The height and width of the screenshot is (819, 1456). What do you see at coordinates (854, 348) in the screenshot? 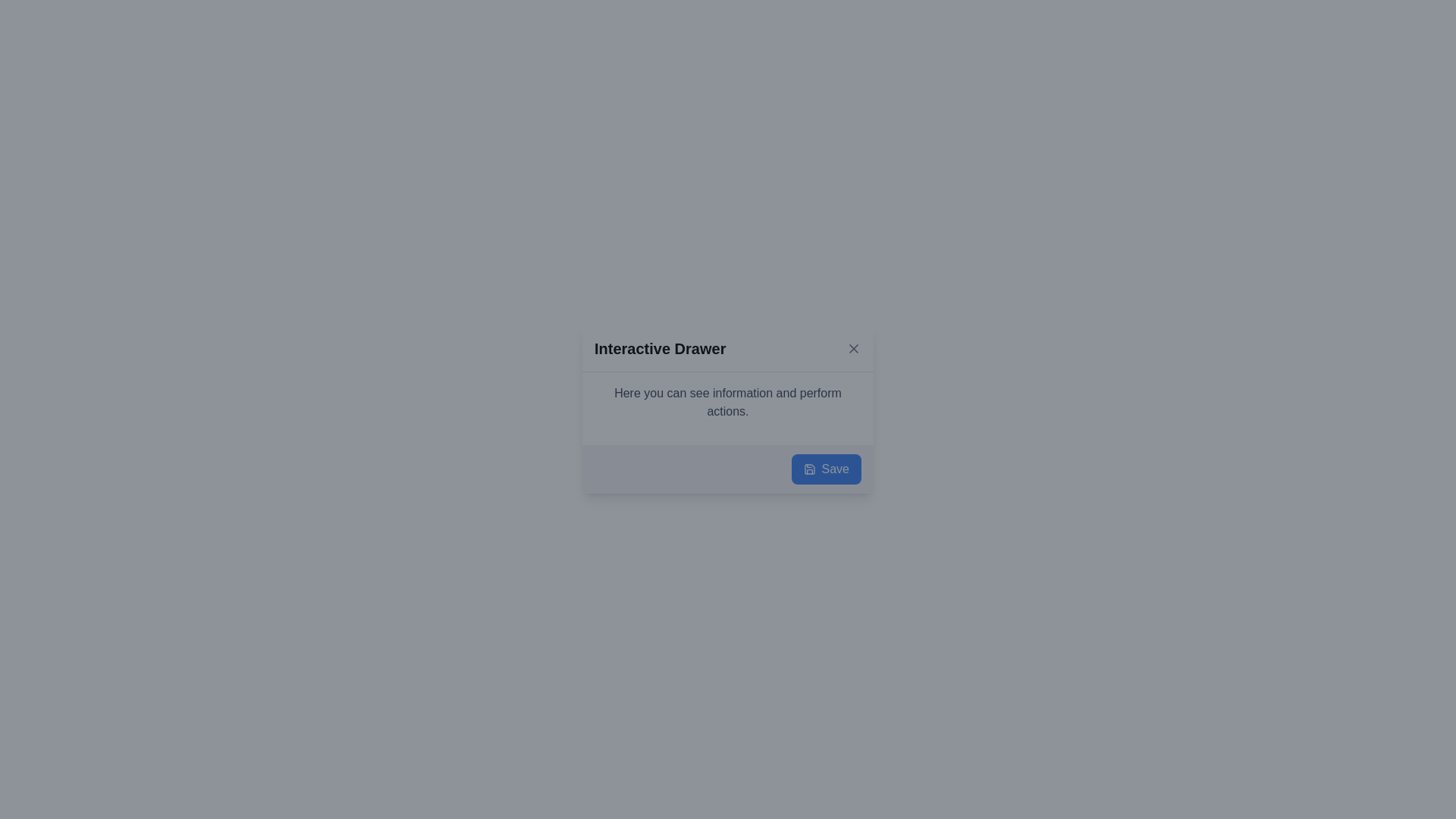
I see `the small gray button with an 'X' icon located in the upper-right corner of the 'Interactive Drawer' box` at bounding box center [854, 348].